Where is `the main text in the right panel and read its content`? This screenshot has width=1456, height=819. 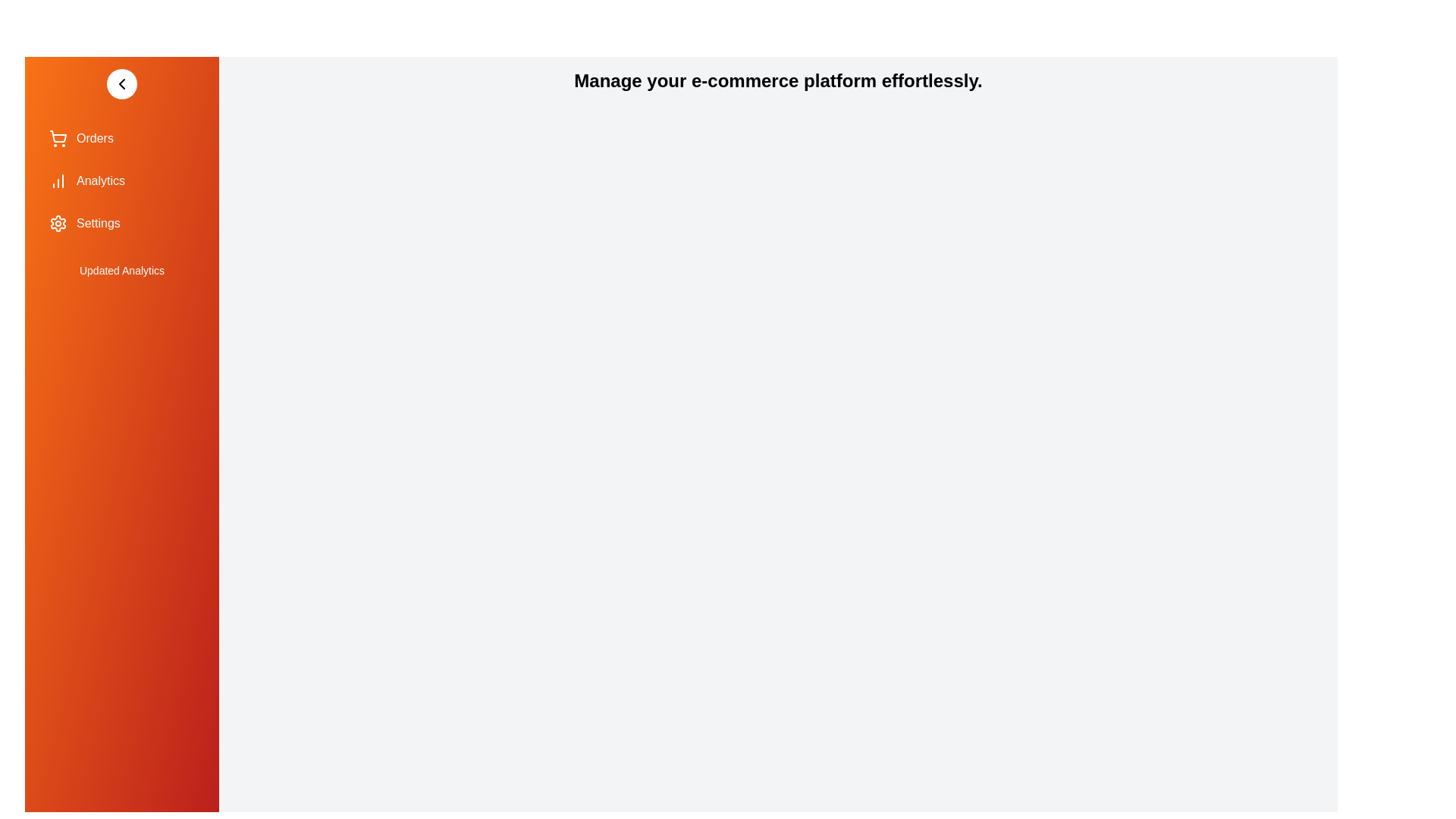
the main text in the right panel and read its content is located at coordinates (778, 81).